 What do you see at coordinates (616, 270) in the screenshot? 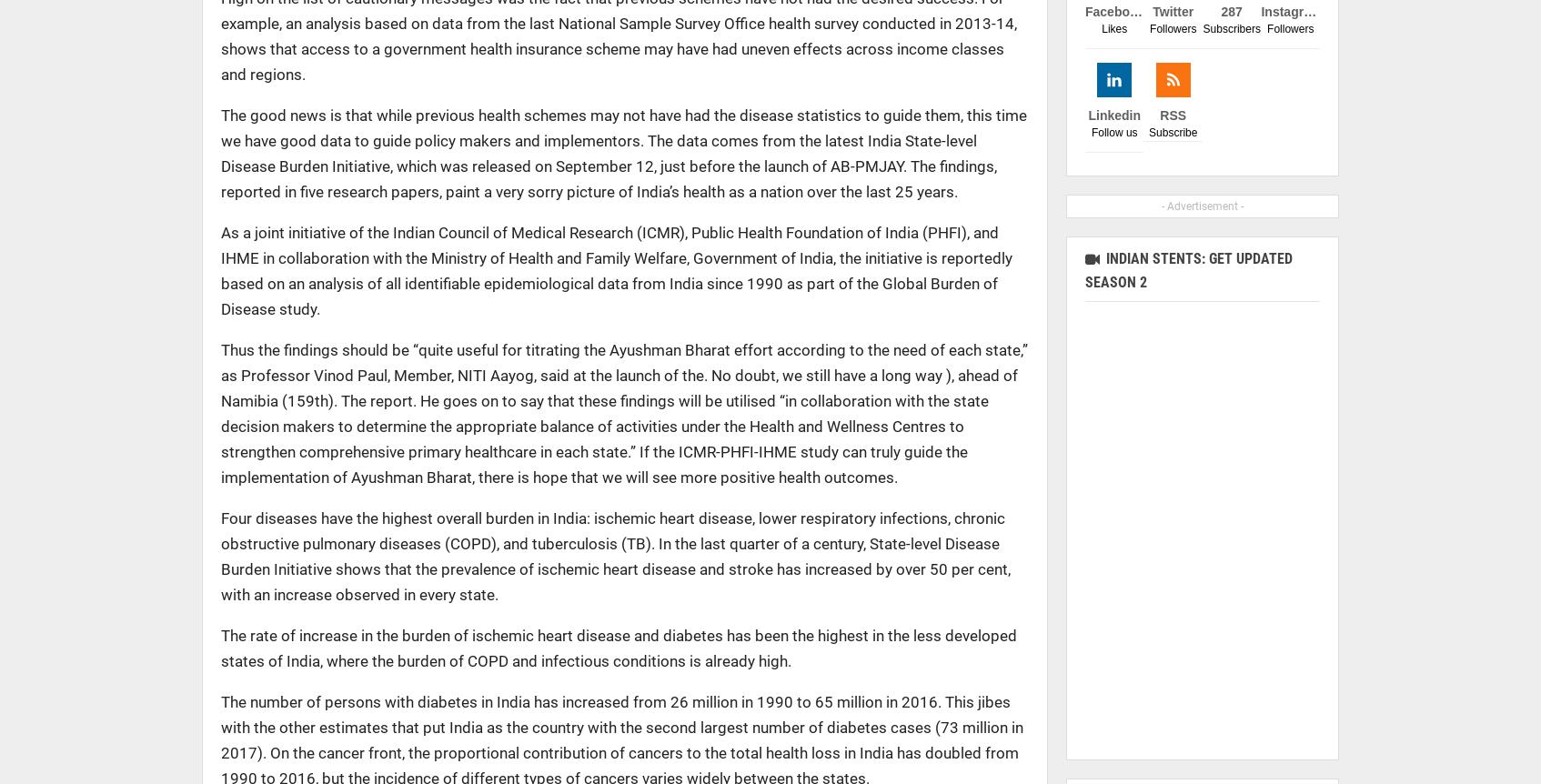
I see `'As a joint initiative of the Indian Council of Medical Research (ICMR), Public Health Foundation of India (PHFI), and IHME in collaboration with the Ministry of Health and Family Welfare, Government of India, the initiative is reportedly based on an analysis of all identifiable epidemiological data from India since 1990 as part of the Global Burden of Disease study.'` at bounding box center [616, 270].